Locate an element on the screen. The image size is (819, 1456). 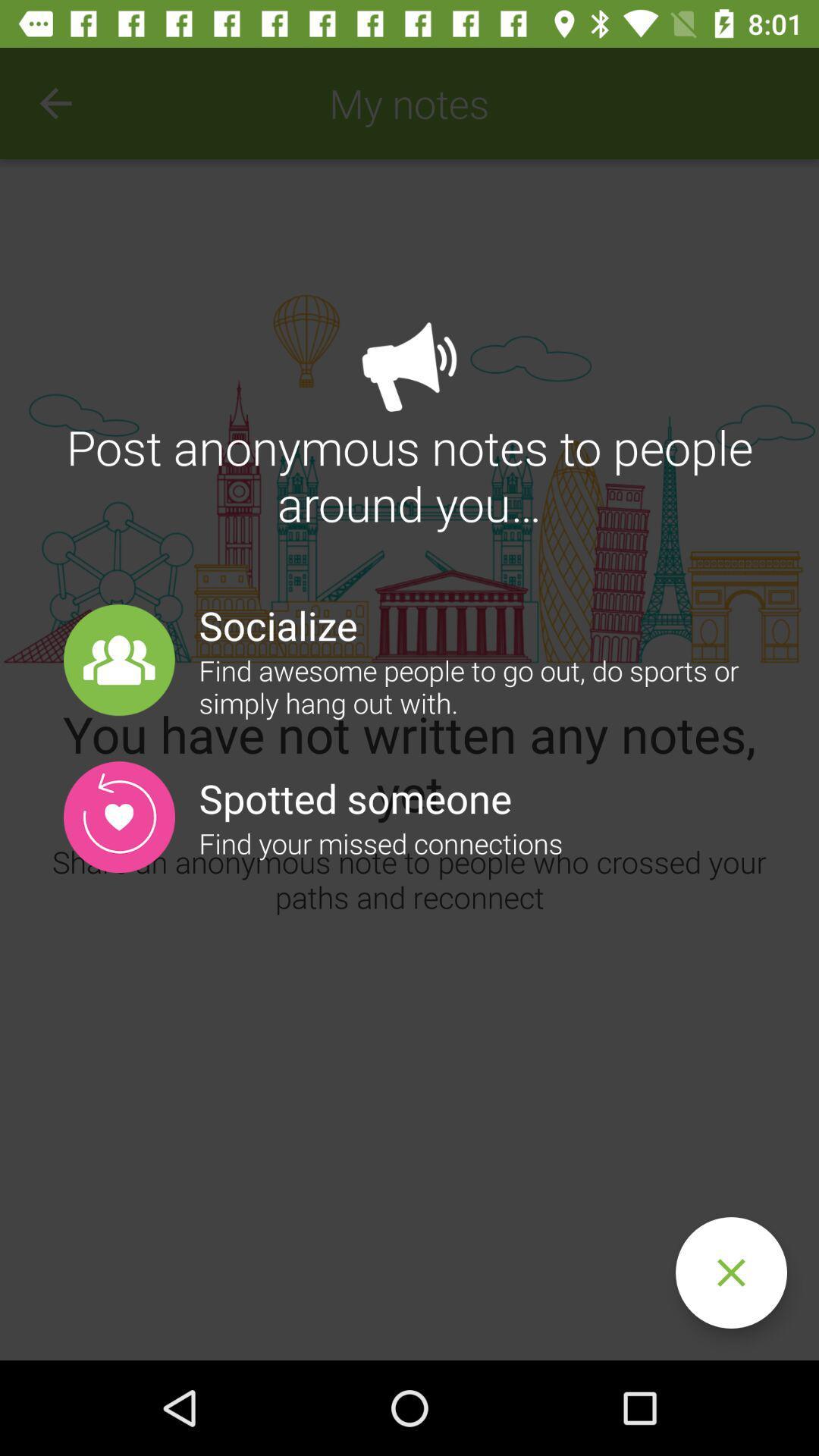
overlay is located at coordinates (730, 1272).